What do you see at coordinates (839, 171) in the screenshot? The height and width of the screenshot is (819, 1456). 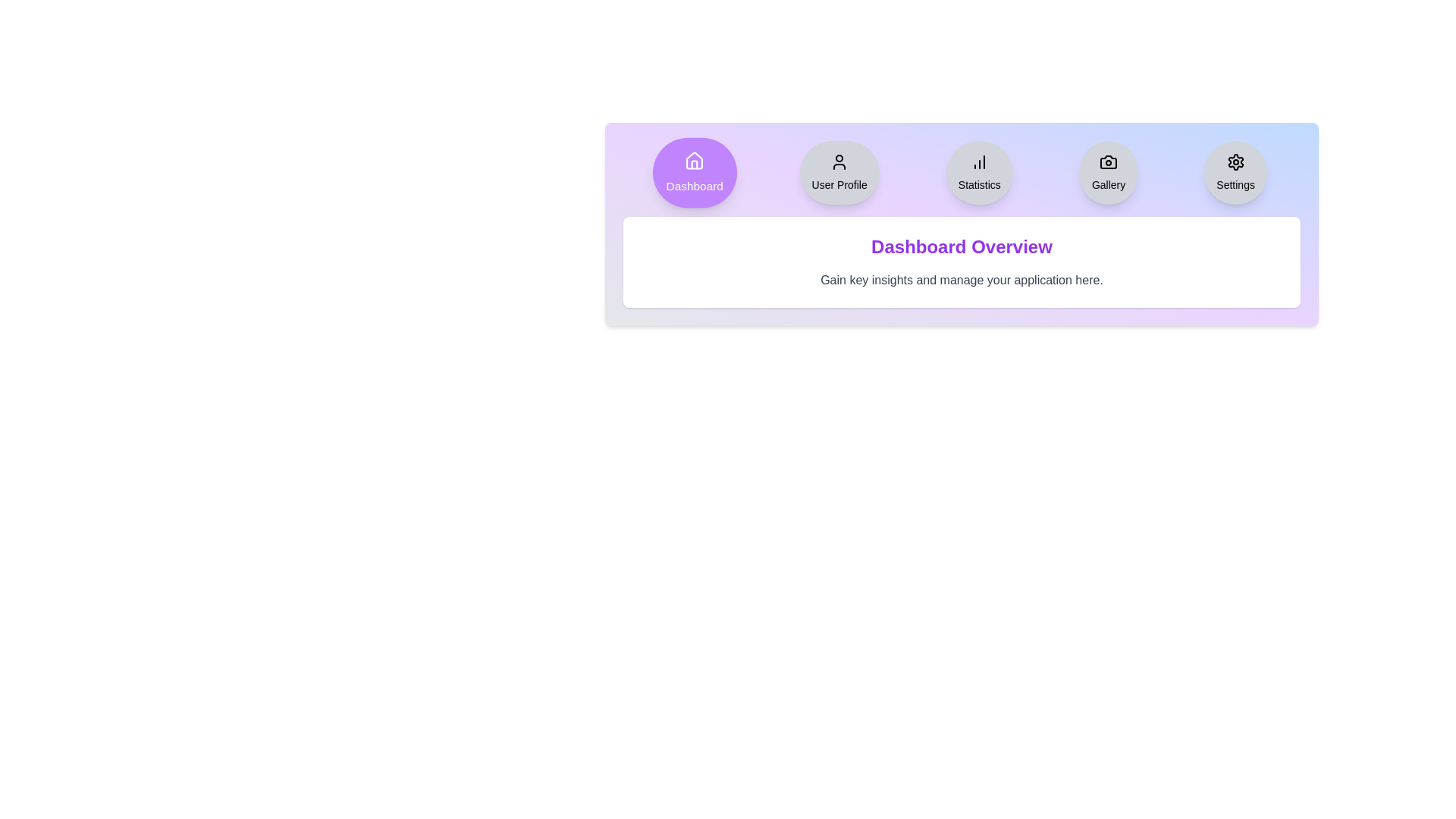 I see `the second circular button in the horizontal navigation bar` at bounding box center [839, 171].